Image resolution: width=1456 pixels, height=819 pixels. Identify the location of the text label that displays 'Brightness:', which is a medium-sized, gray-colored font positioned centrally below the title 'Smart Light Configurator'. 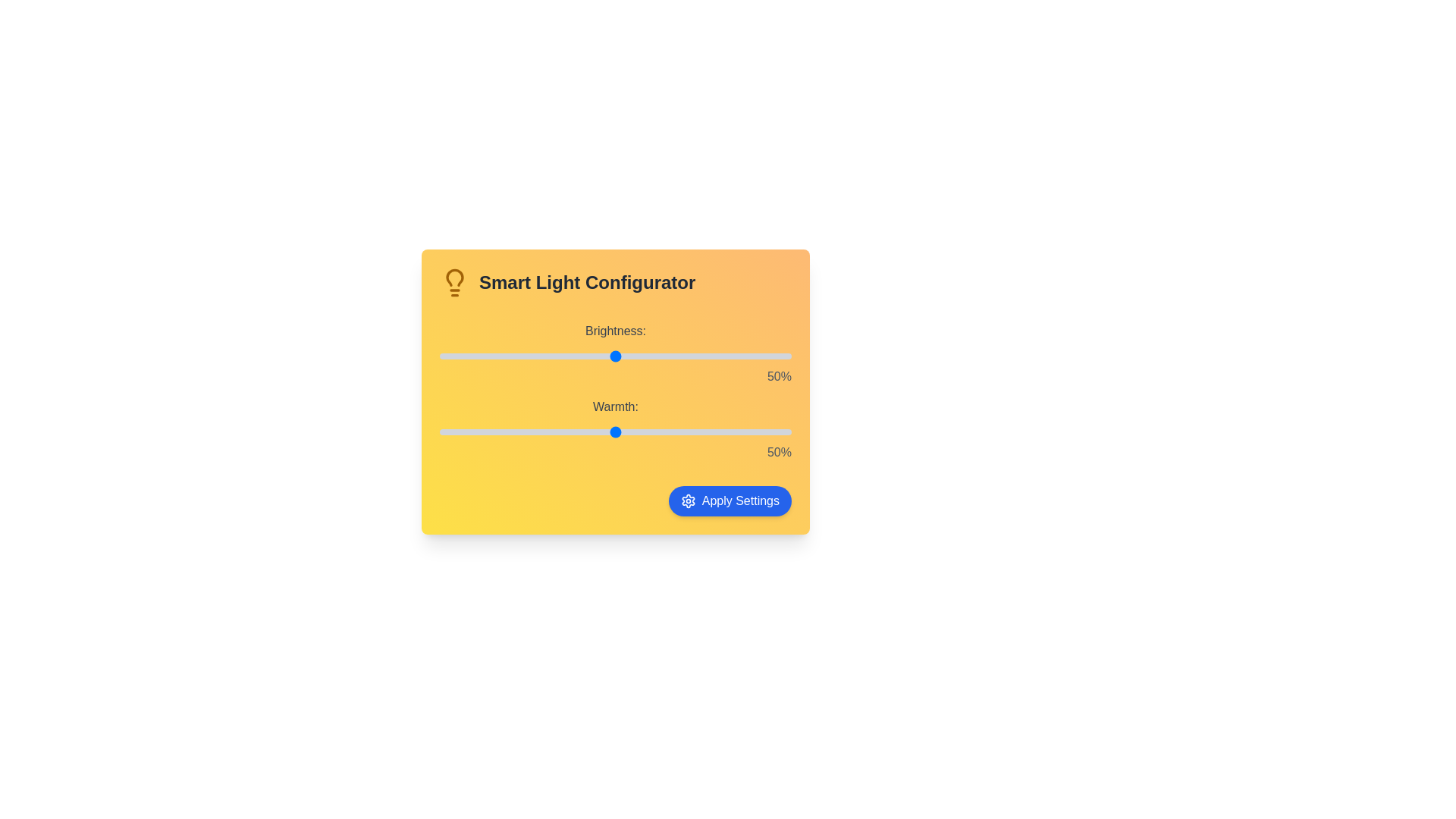
(615, 330).